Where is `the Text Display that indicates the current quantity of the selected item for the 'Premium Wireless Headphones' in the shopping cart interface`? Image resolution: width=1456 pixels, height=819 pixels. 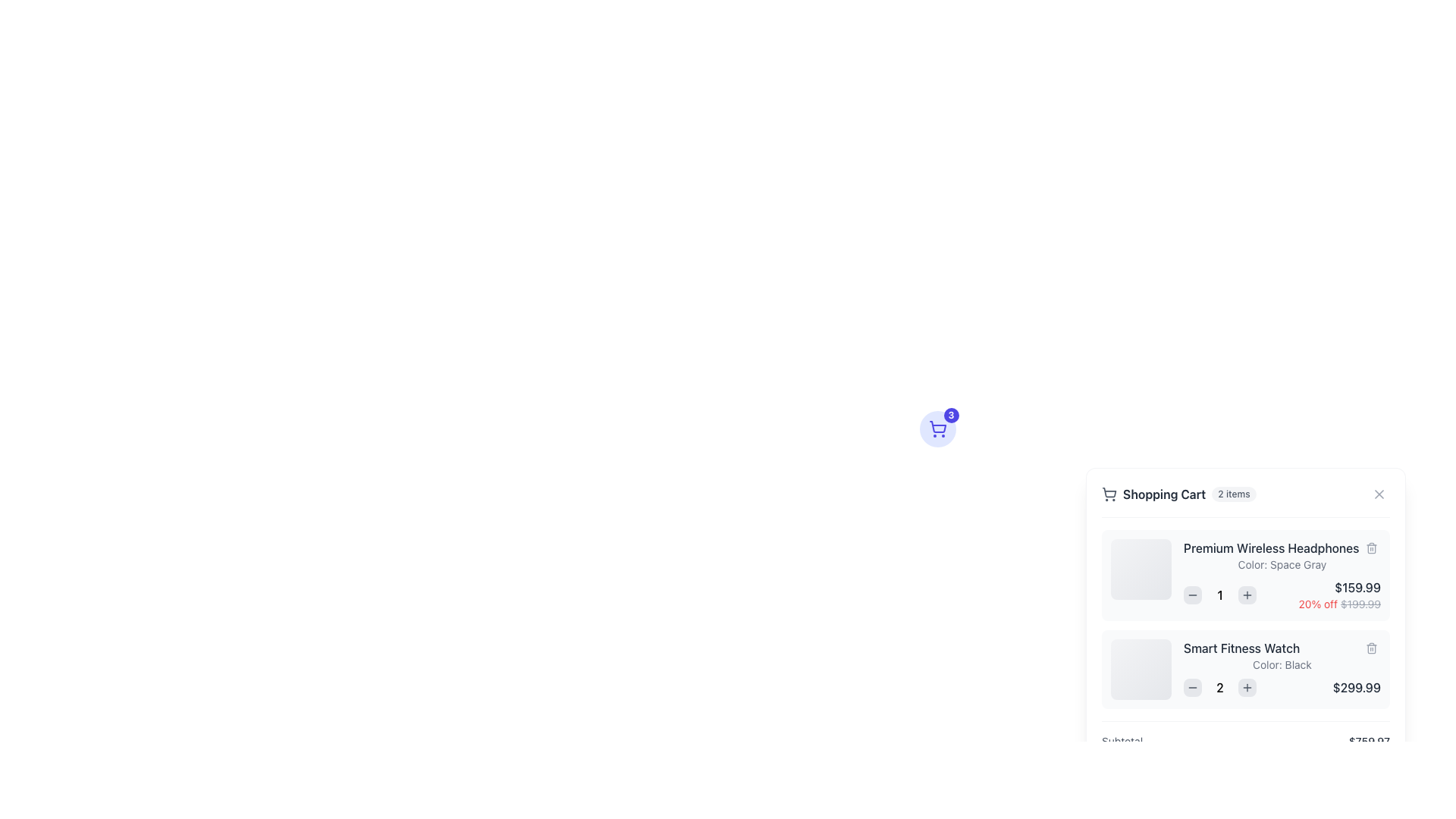 the Text Display that indicates the current quantity of the selected item for the 'Premium Wireless Headphones' in the shopping cart interface is located at coordinates (1219, 595).